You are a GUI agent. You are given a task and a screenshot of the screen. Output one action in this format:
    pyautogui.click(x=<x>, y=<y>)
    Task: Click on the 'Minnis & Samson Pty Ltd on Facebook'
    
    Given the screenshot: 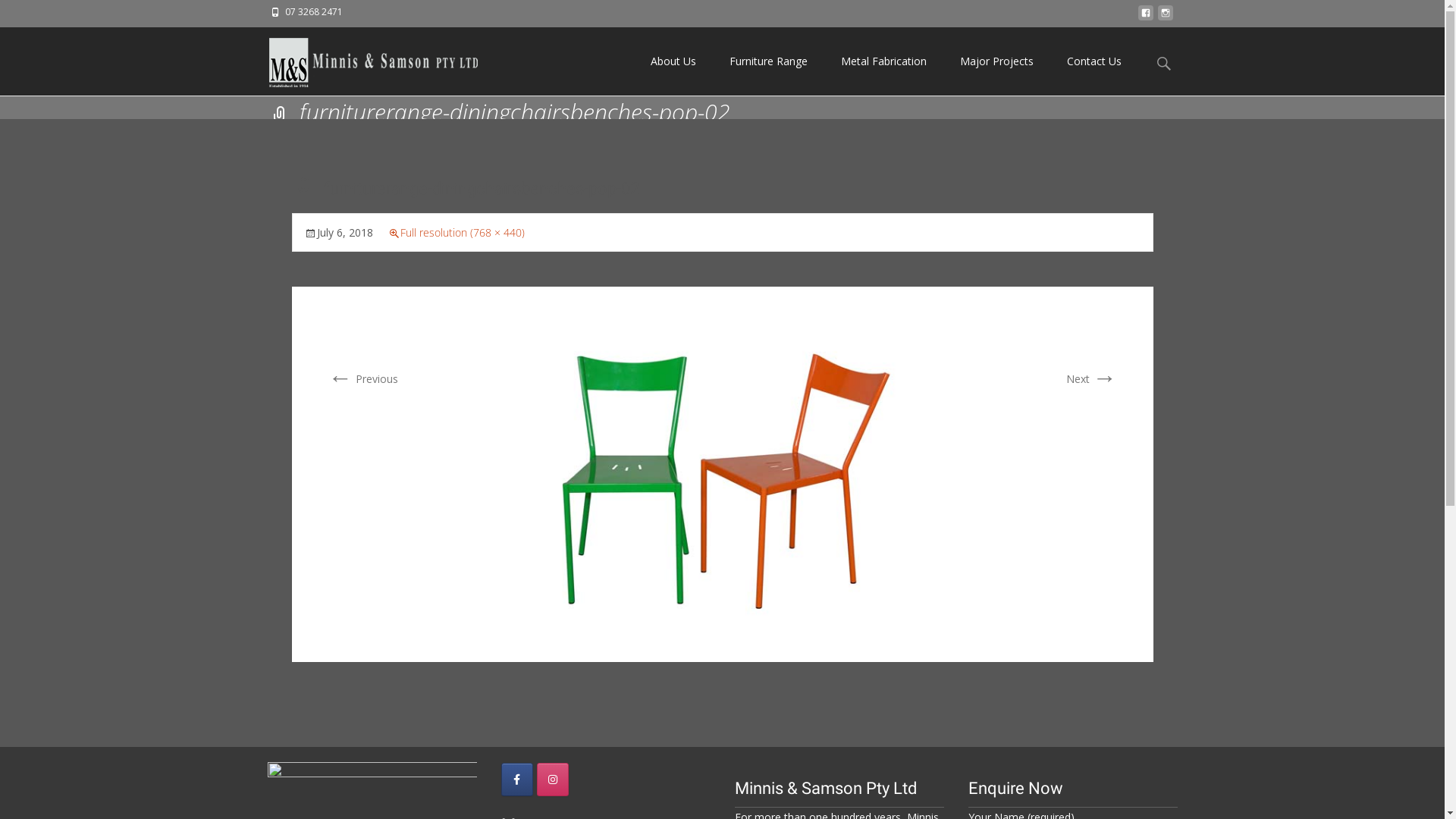 What is the action you would take?
    pyautogui.click(x=516, y=780)
    